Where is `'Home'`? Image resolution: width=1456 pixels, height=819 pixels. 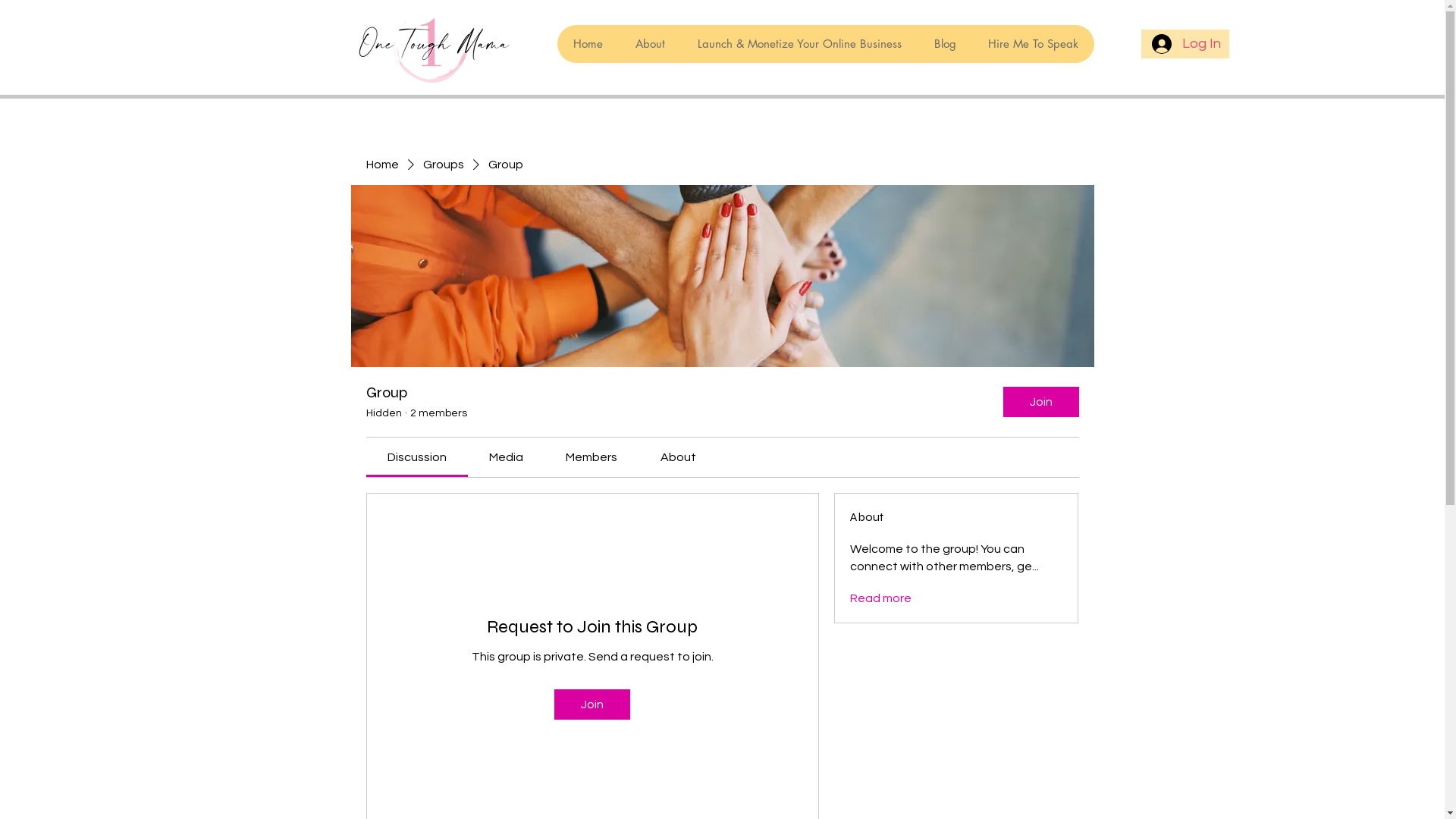 'Home' is located at coordinates (586, 42).